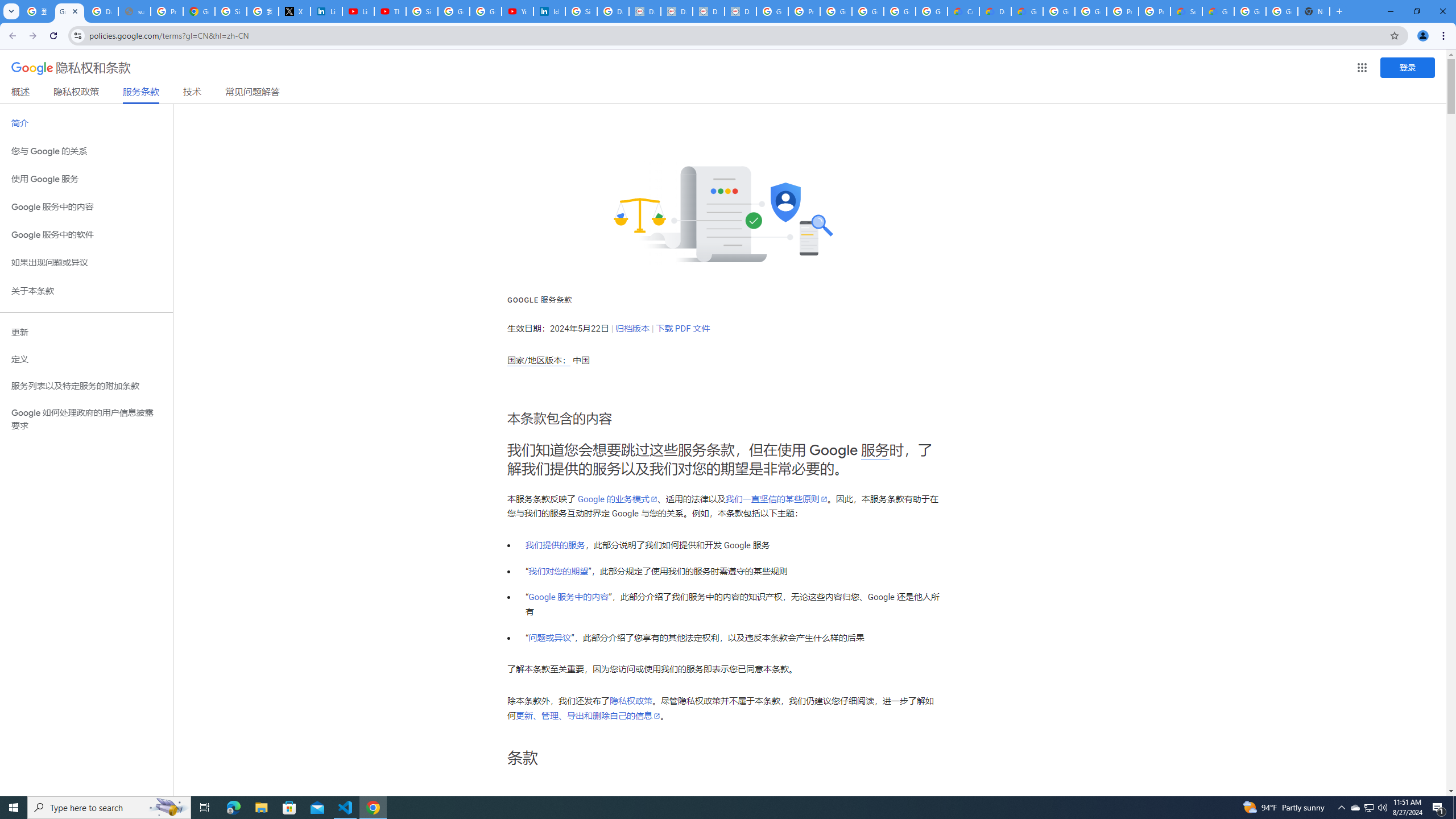 This screenshot has width=1456, height=819. I want to click on 'Google Workspace - Specific Terms', so click(899, 11).